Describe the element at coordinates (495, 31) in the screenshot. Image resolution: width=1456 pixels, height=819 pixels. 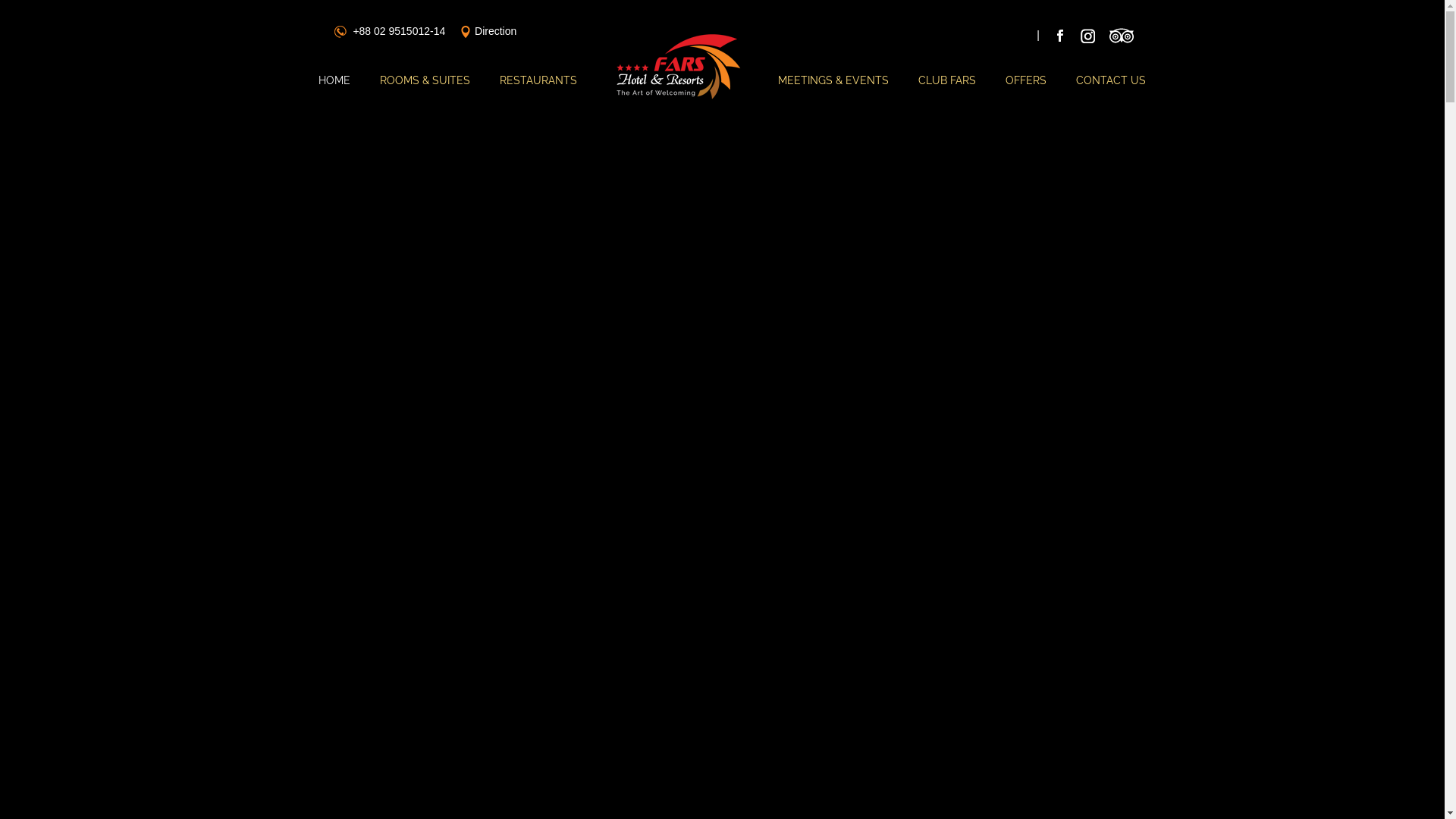
I see `'Direction'` at that location.